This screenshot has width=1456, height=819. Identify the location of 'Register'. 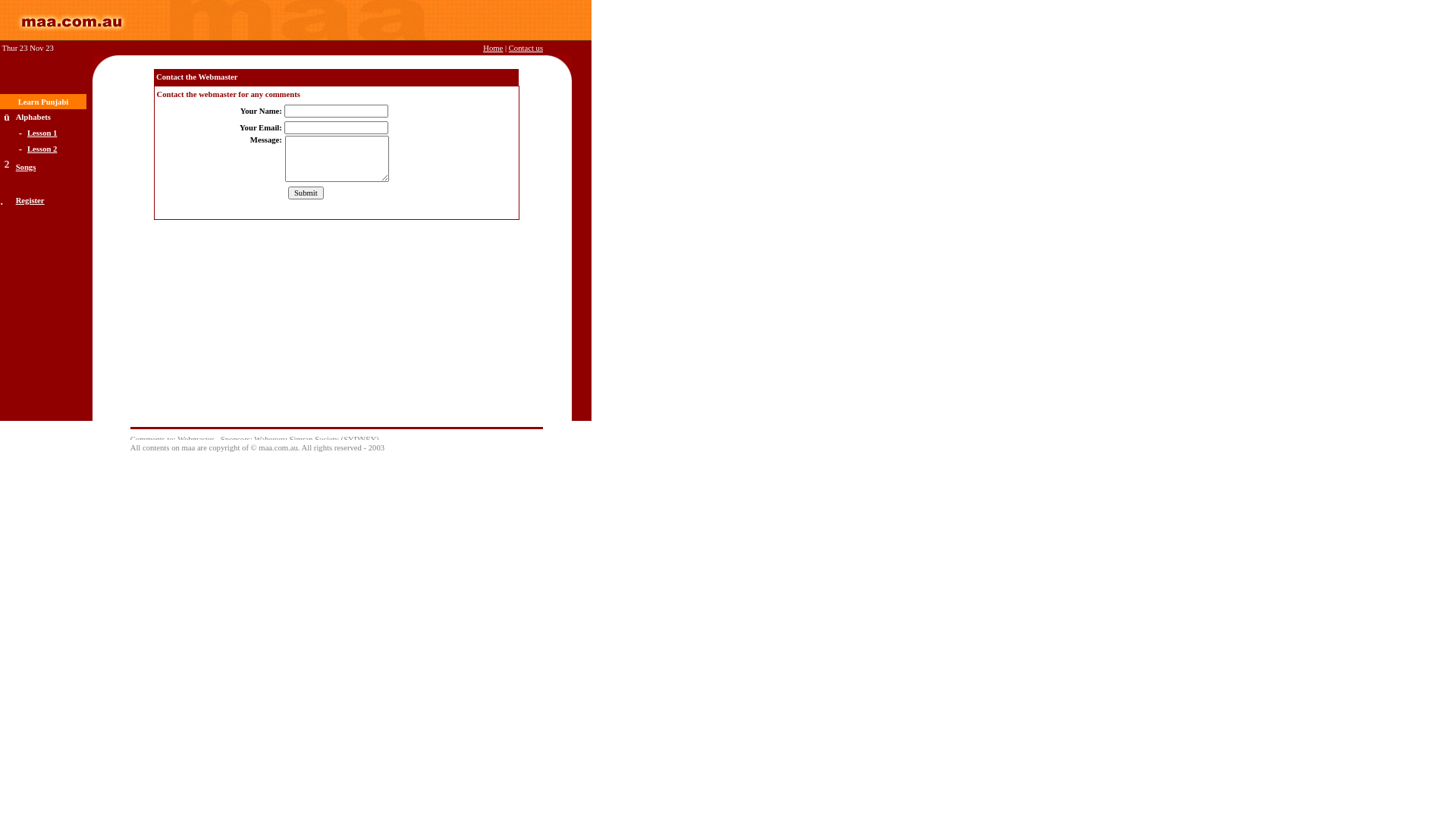
(30, 199).